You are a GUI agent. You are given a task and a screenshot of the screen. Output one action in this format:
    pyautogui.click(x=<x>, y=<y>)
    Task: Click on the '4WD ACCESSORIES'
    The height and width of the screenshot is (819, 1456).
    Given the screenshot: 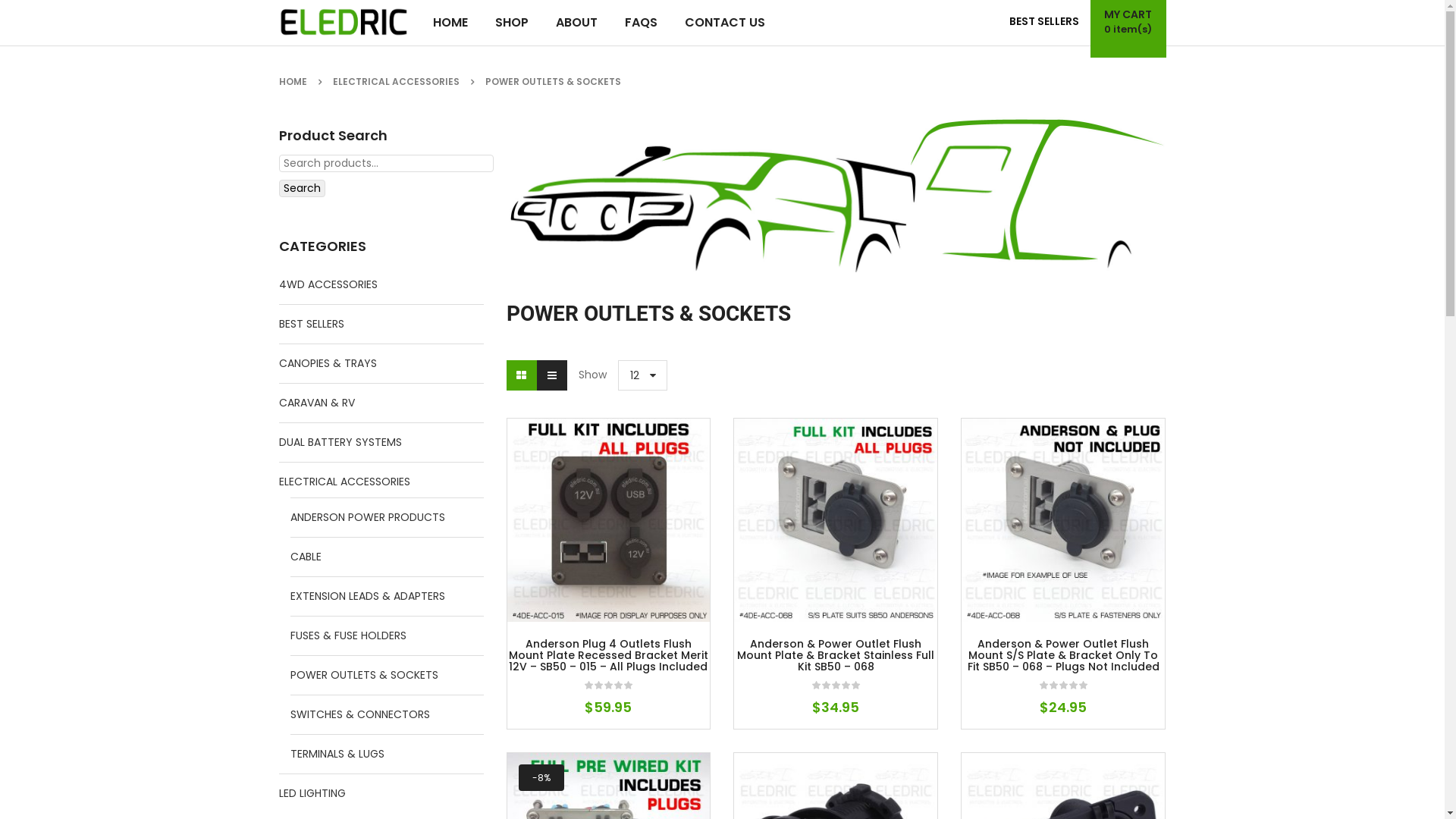 What is the action you would take?
    pyautogui.click(x=279, y=284)
    